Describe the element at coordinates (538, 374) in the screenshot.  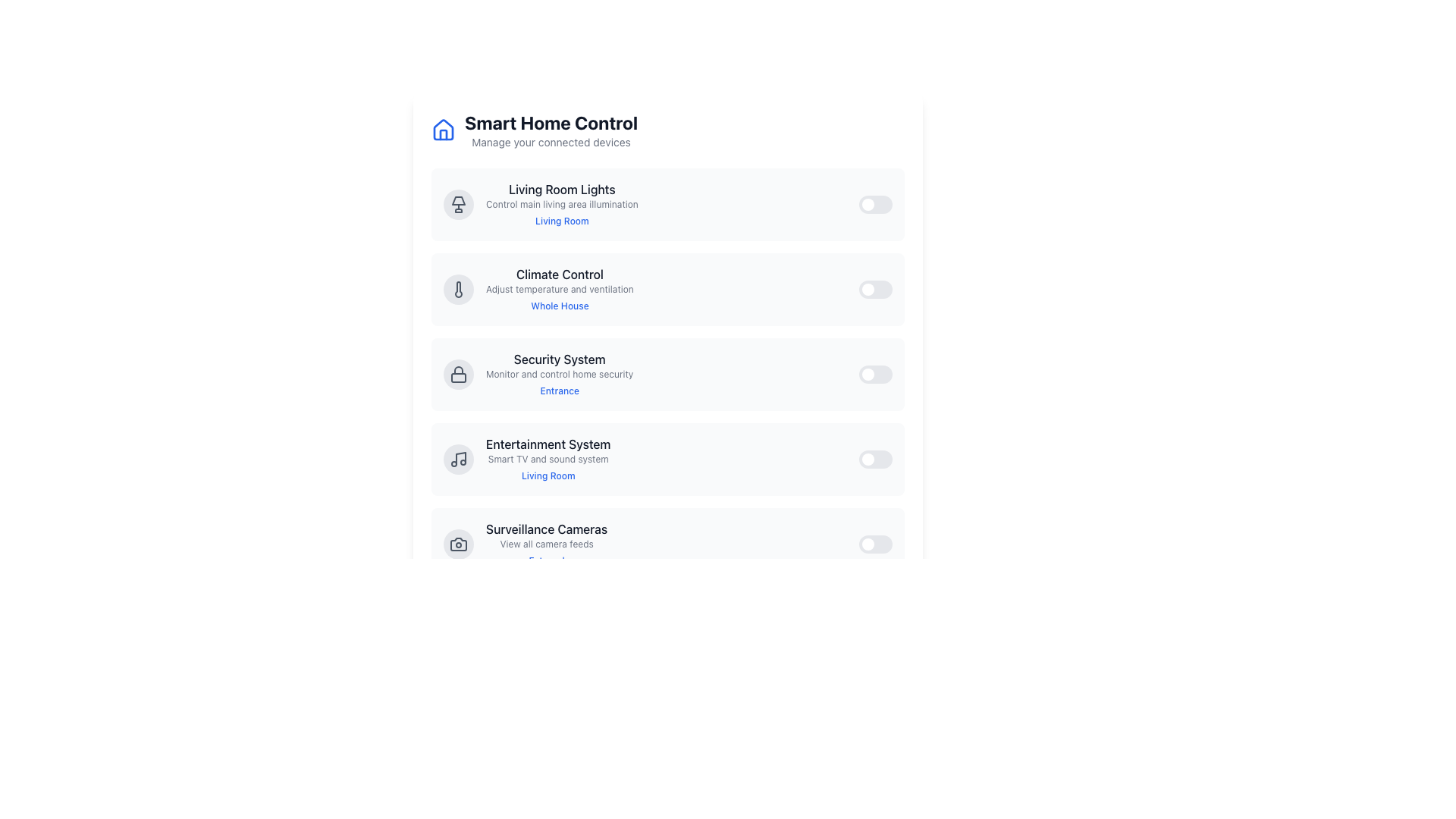
I see `the 'Entrance' text within the 'Security System' section` at that location.